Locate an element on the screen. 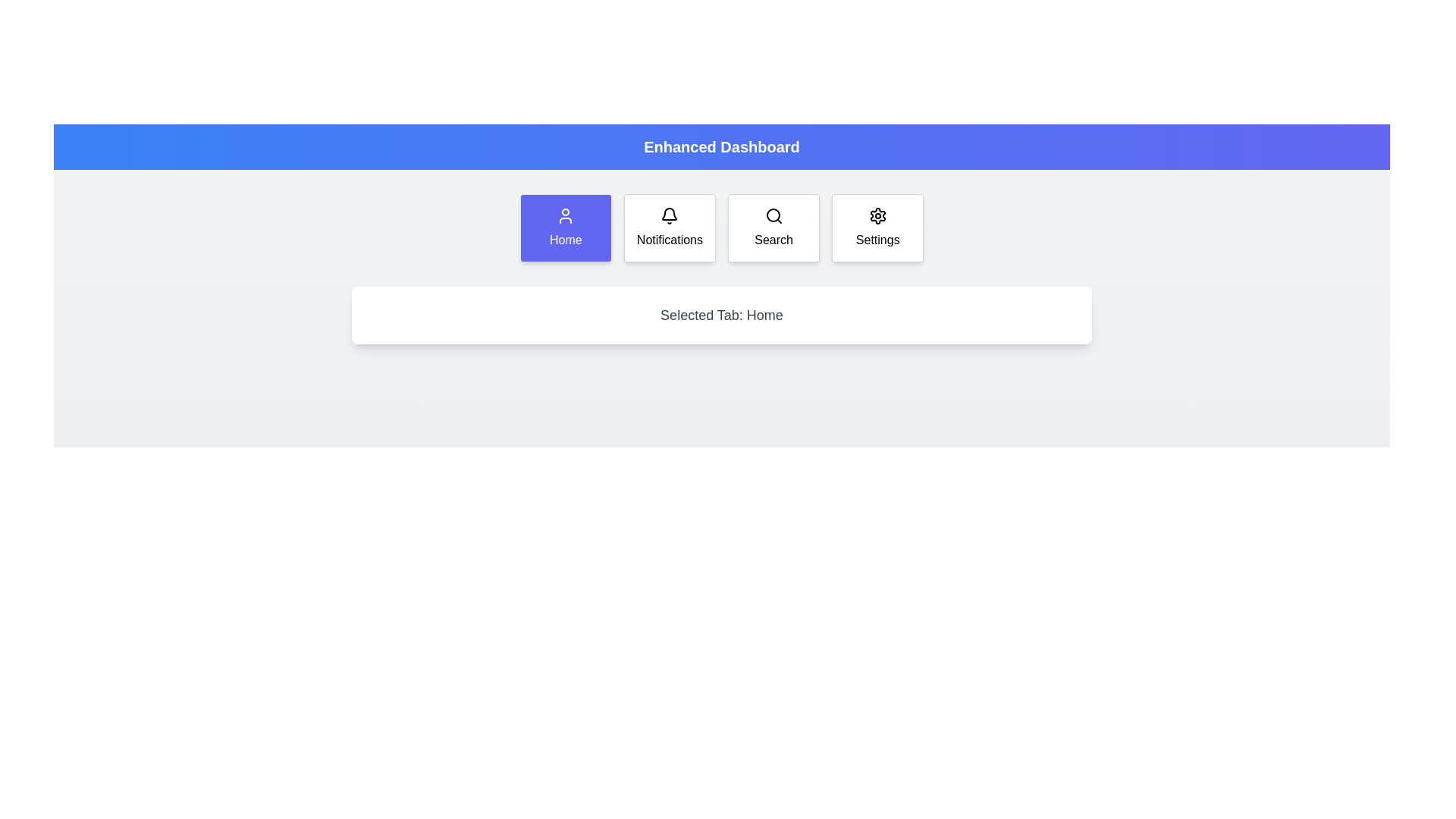  the first navigation button under the 'Enhanced Dashboard' header to redirect to the Home section of the application is located at coordinates (565, 227).